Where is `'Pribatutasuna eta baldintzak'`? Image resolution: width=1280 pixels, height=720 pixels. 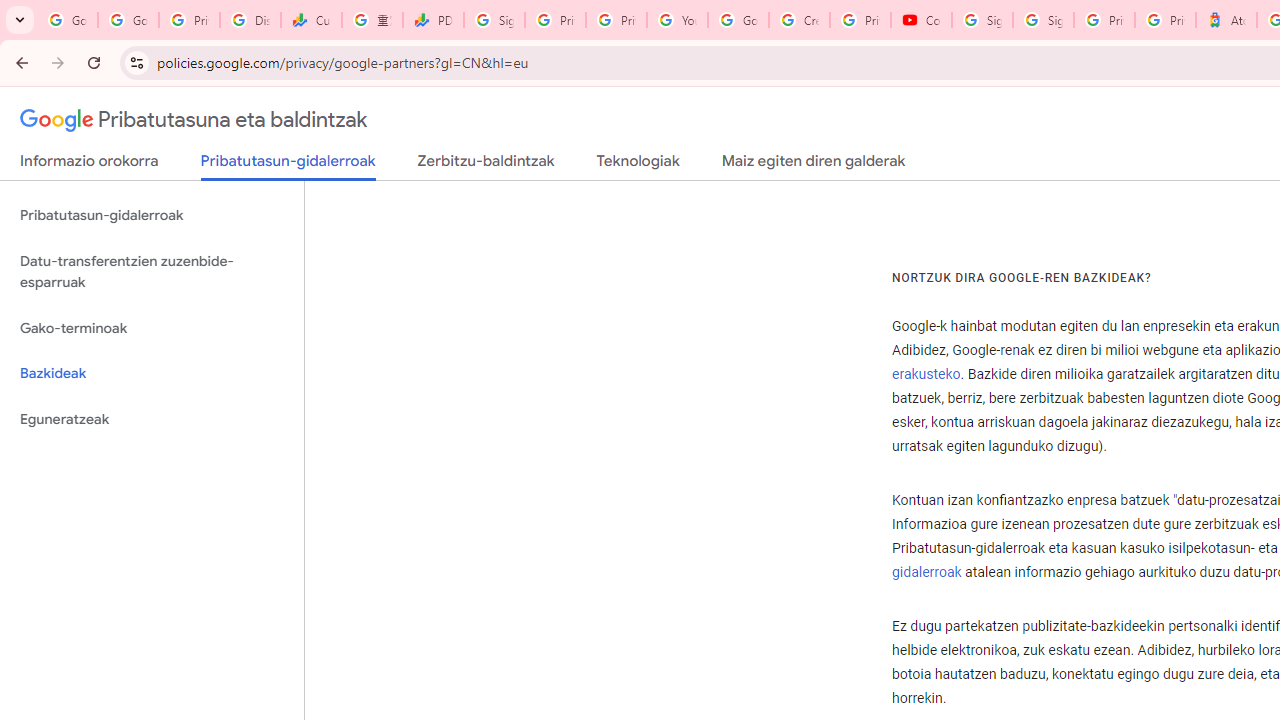
'Pribatutasuna eta baldintzak' is located at coordinates (194, 120).